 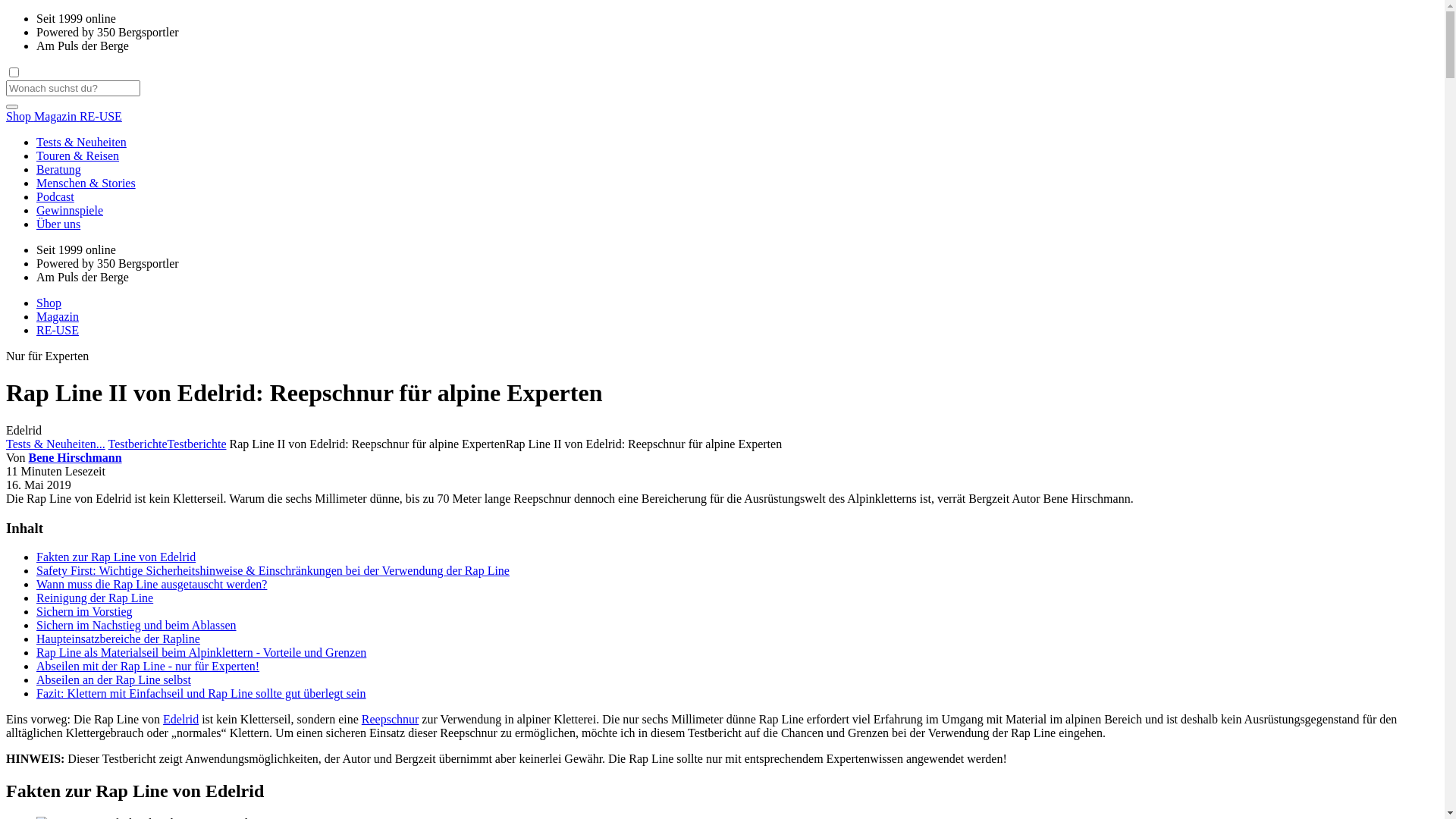 I want to click on 'Reinigung der Rap Line', so click(x=93, y=597).